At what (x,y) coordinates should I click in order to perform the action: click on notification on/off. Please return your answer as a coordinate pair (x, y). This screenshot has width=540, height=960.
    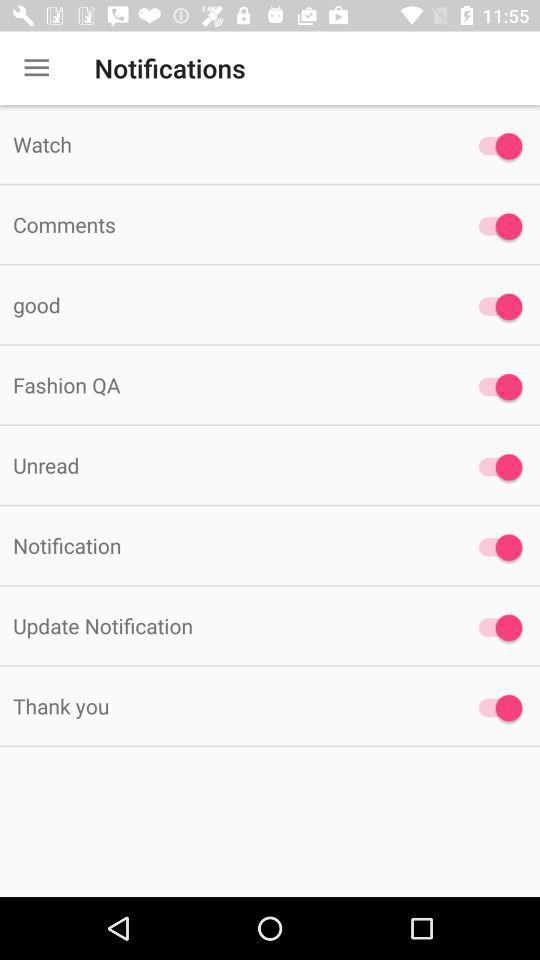
    Looking at the image, I should click on (494, 547).